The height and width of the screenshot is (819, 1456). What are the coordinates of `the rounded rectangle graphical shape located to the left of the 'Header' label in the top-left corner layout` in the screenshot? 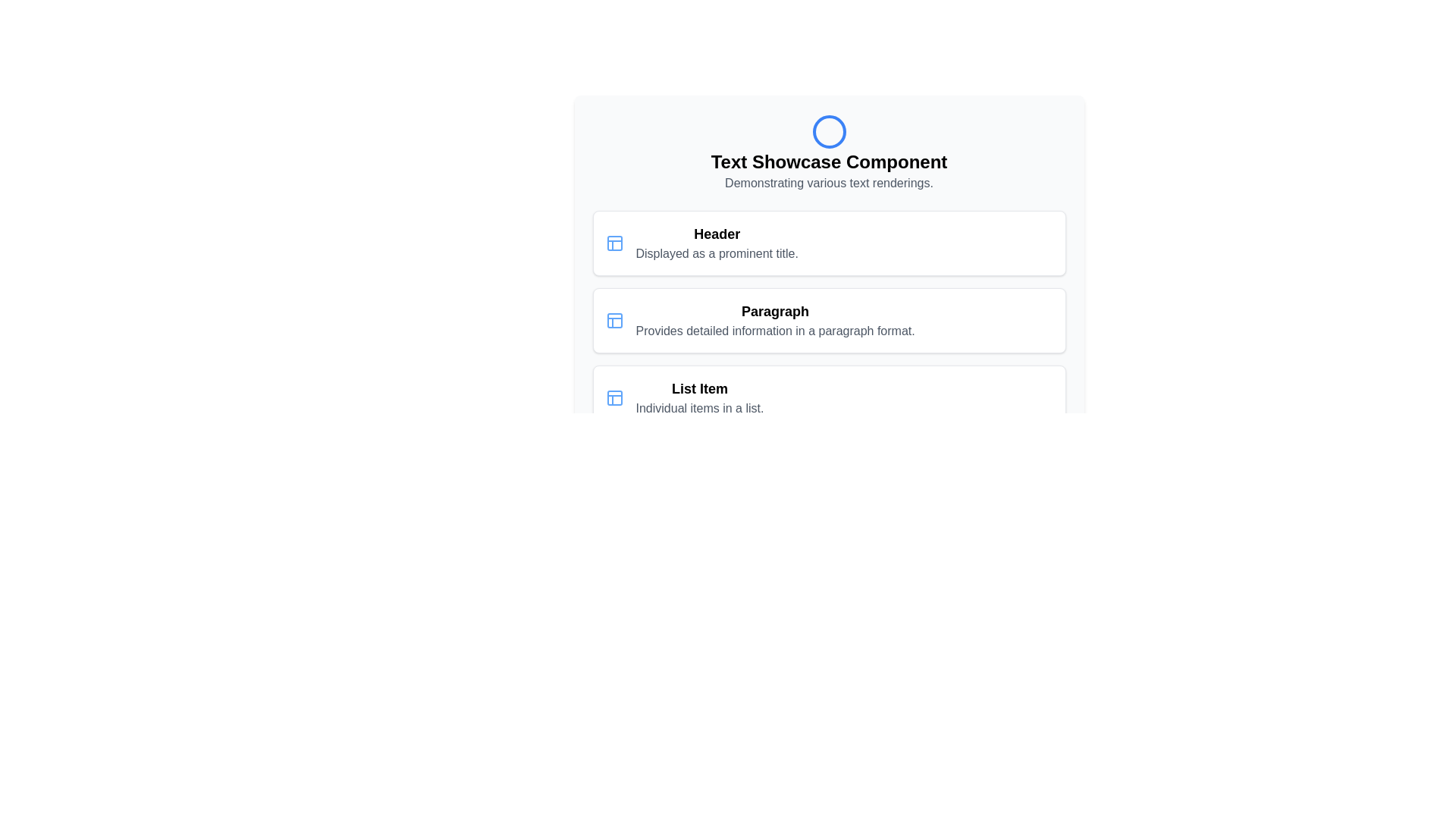 It's located at (614, 242).